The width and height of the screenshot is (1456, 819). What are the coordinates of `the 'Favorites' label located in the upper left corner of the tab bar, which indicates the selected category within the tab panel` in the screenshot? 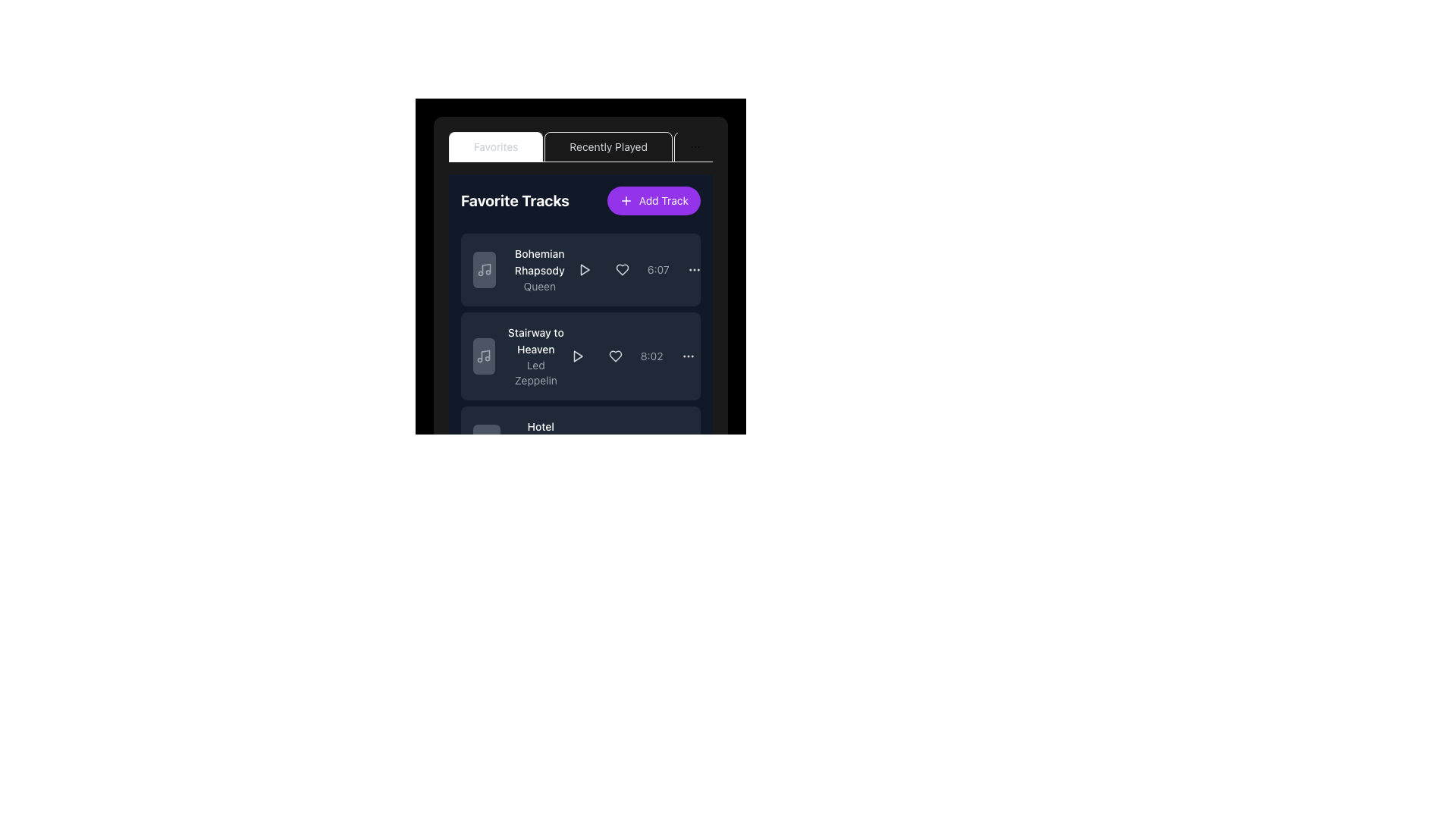 It's located at (496, 146).